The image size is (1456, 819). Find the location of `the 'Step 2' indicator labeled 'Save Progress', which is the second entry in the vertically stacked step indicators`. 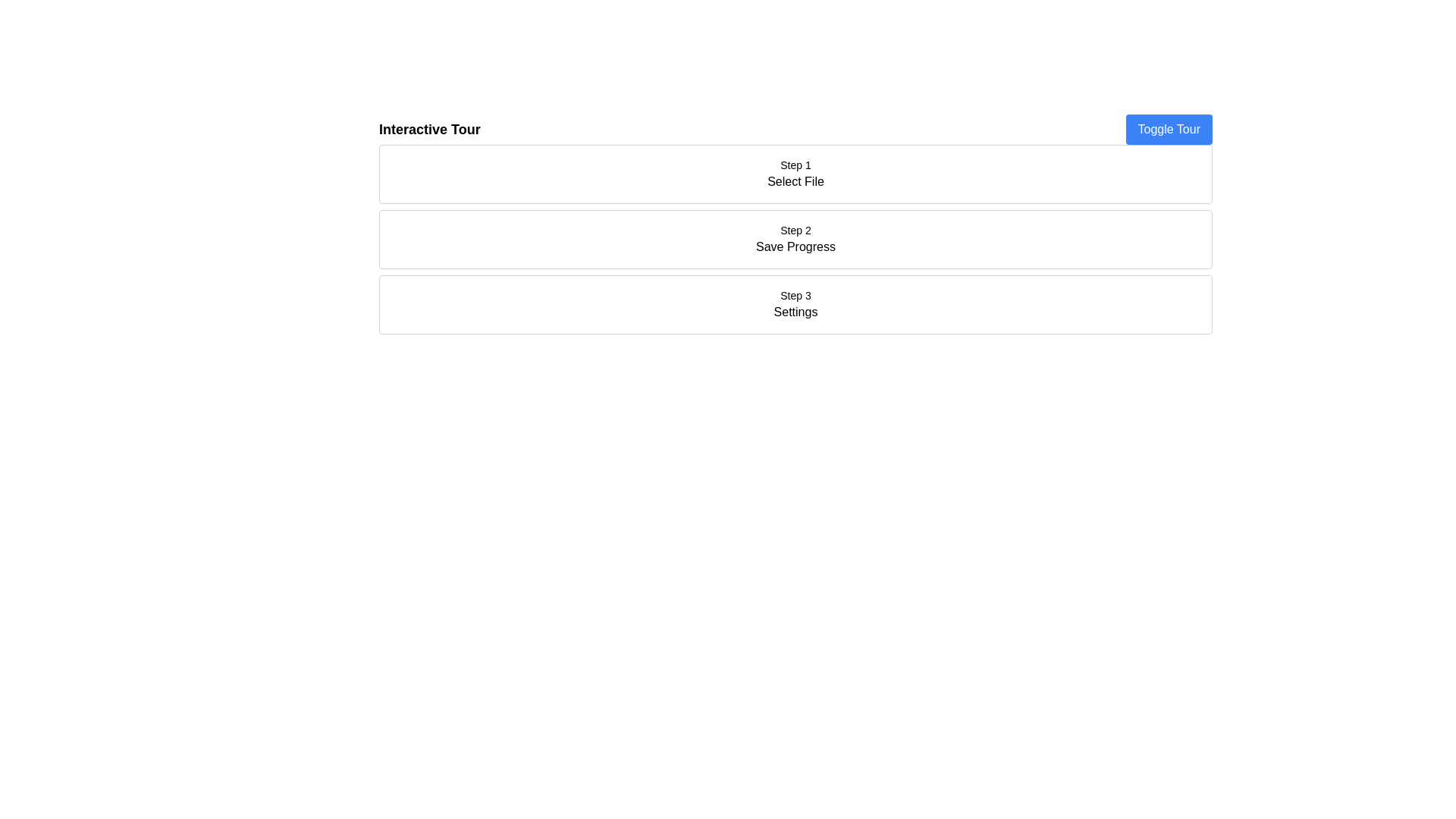

the 'Step 2' indicator labeled 'Save Progress', which is the second entry in the vertically stacked step indicators is located at coordinates (795, 239).